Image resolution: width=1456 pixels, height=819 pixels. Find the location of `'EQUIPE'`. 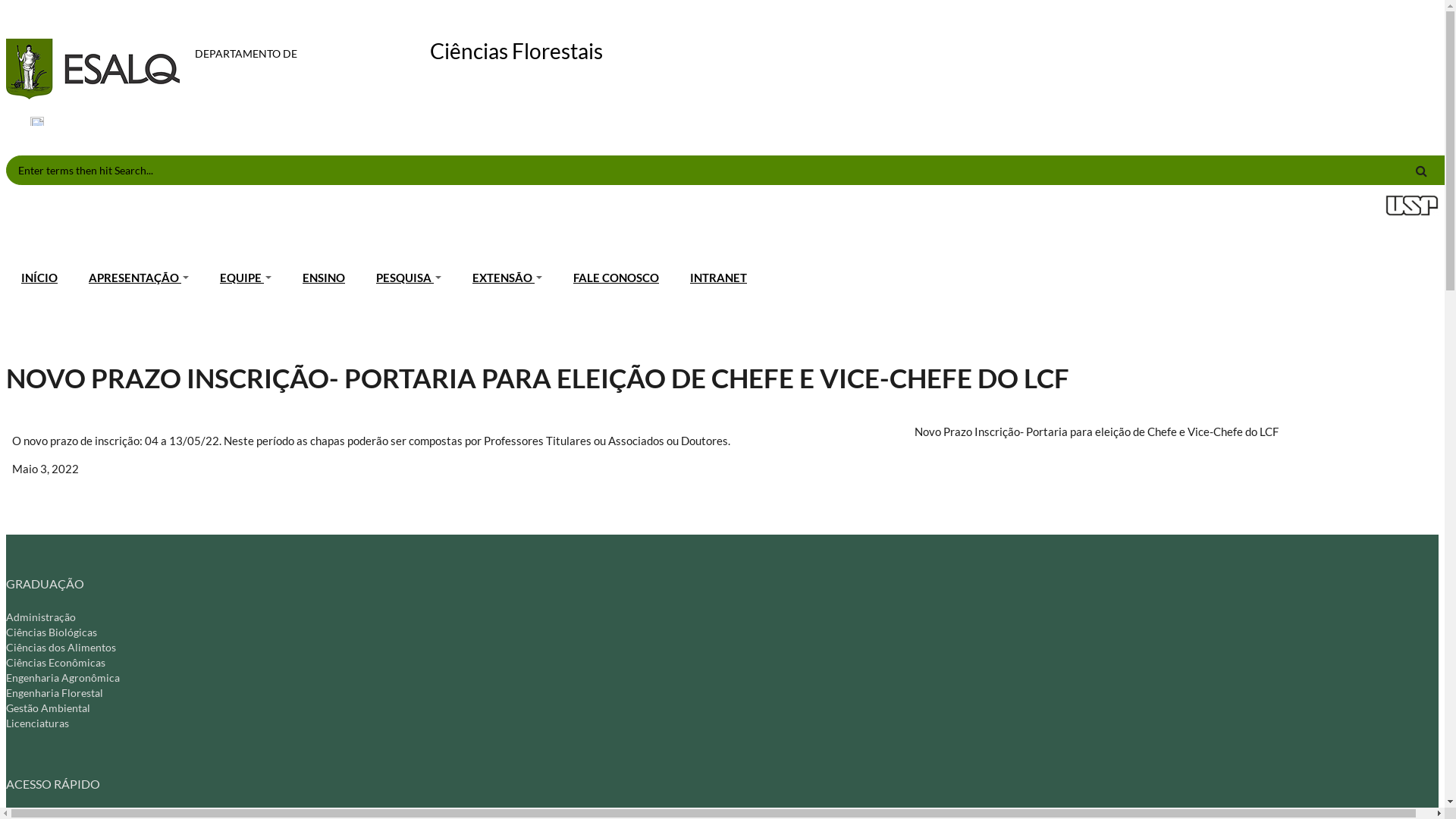

'EQUIPE' is located at coordinates (246, 278).